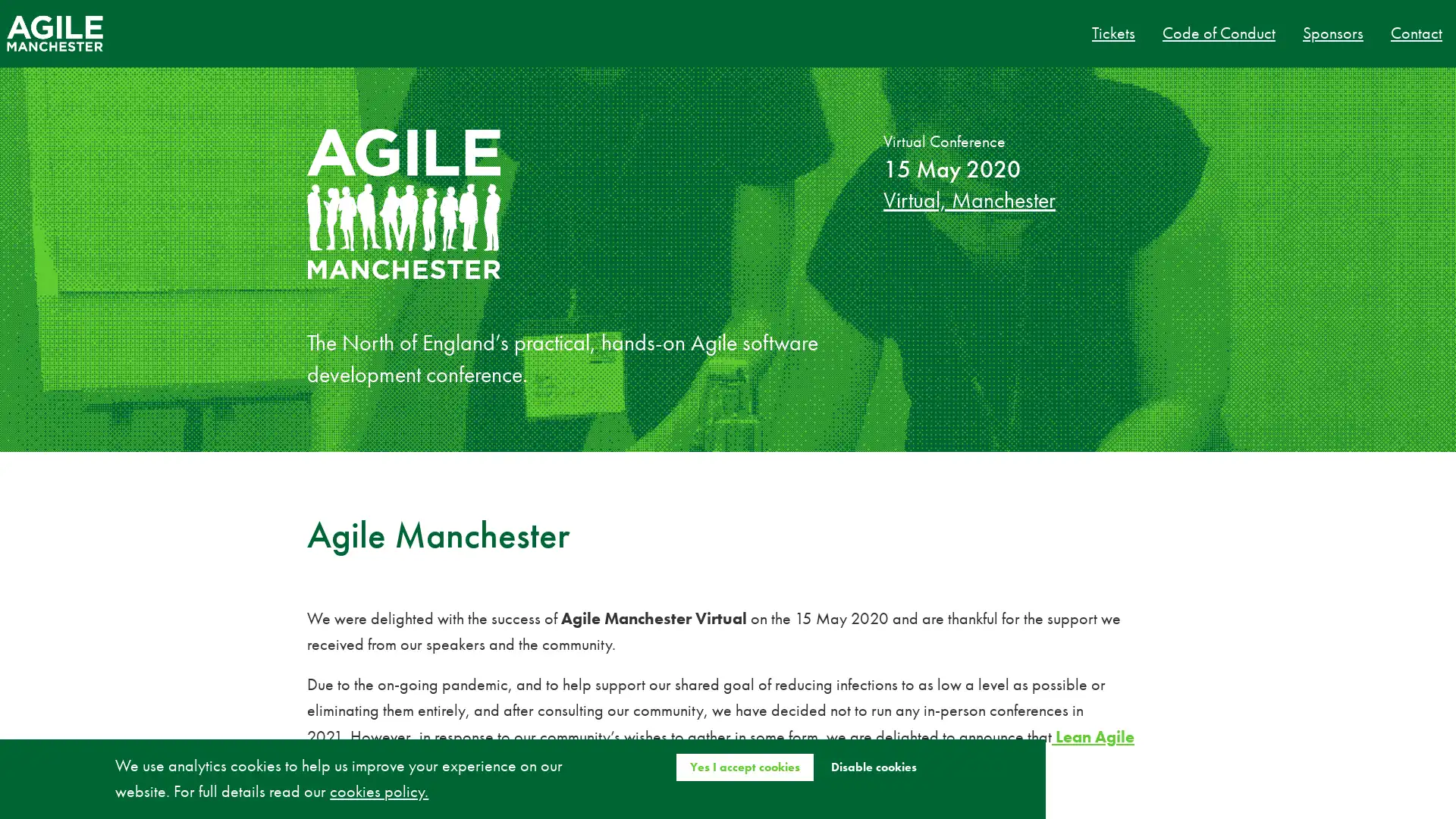  Describe the element at coordinates (873, 766) in the screenshot. I see `Disable cookies` at that location.